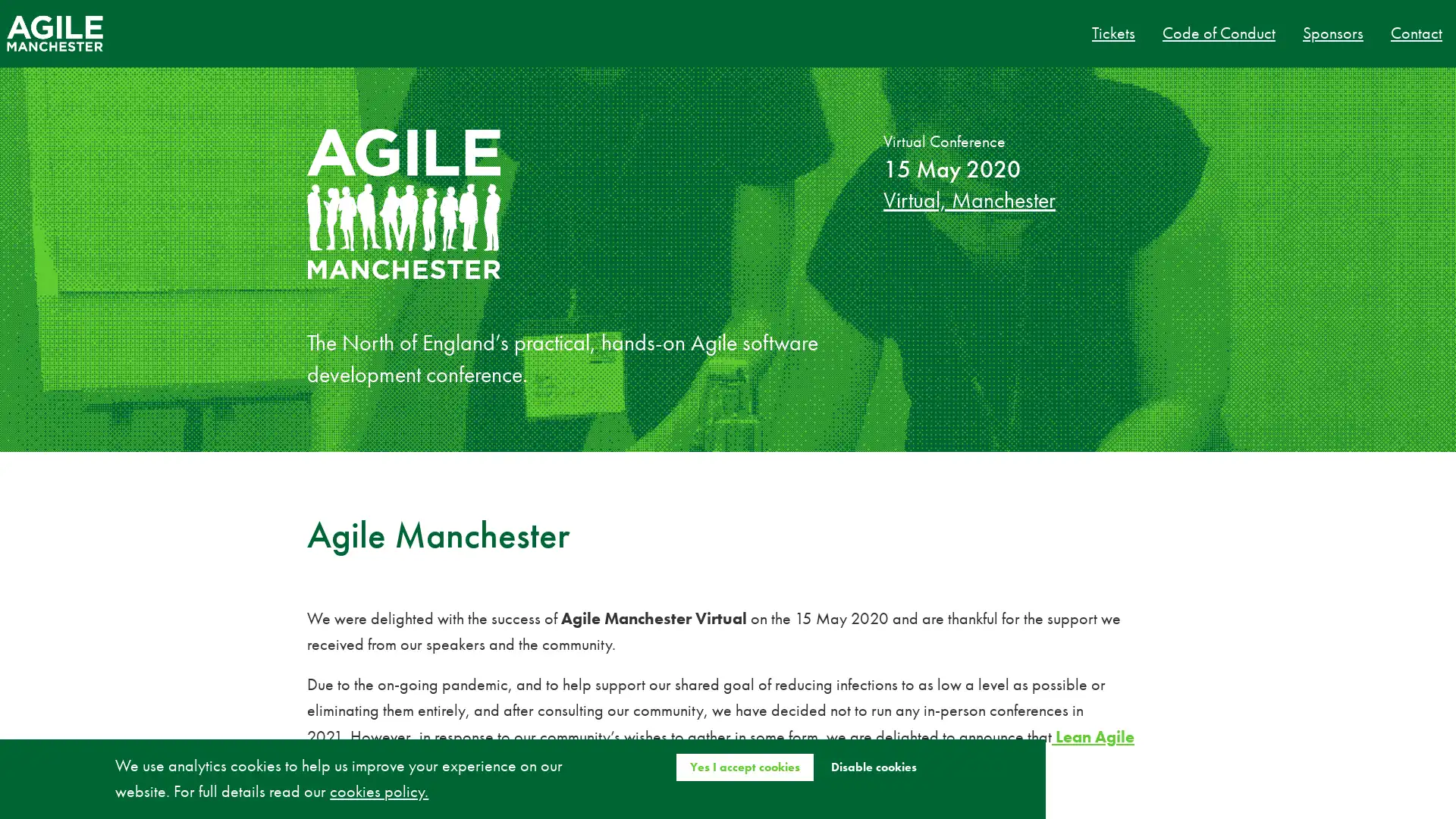  Describe the element at coordinates (873, 766) in the screenshot. I see `Disable cookies` at that location.